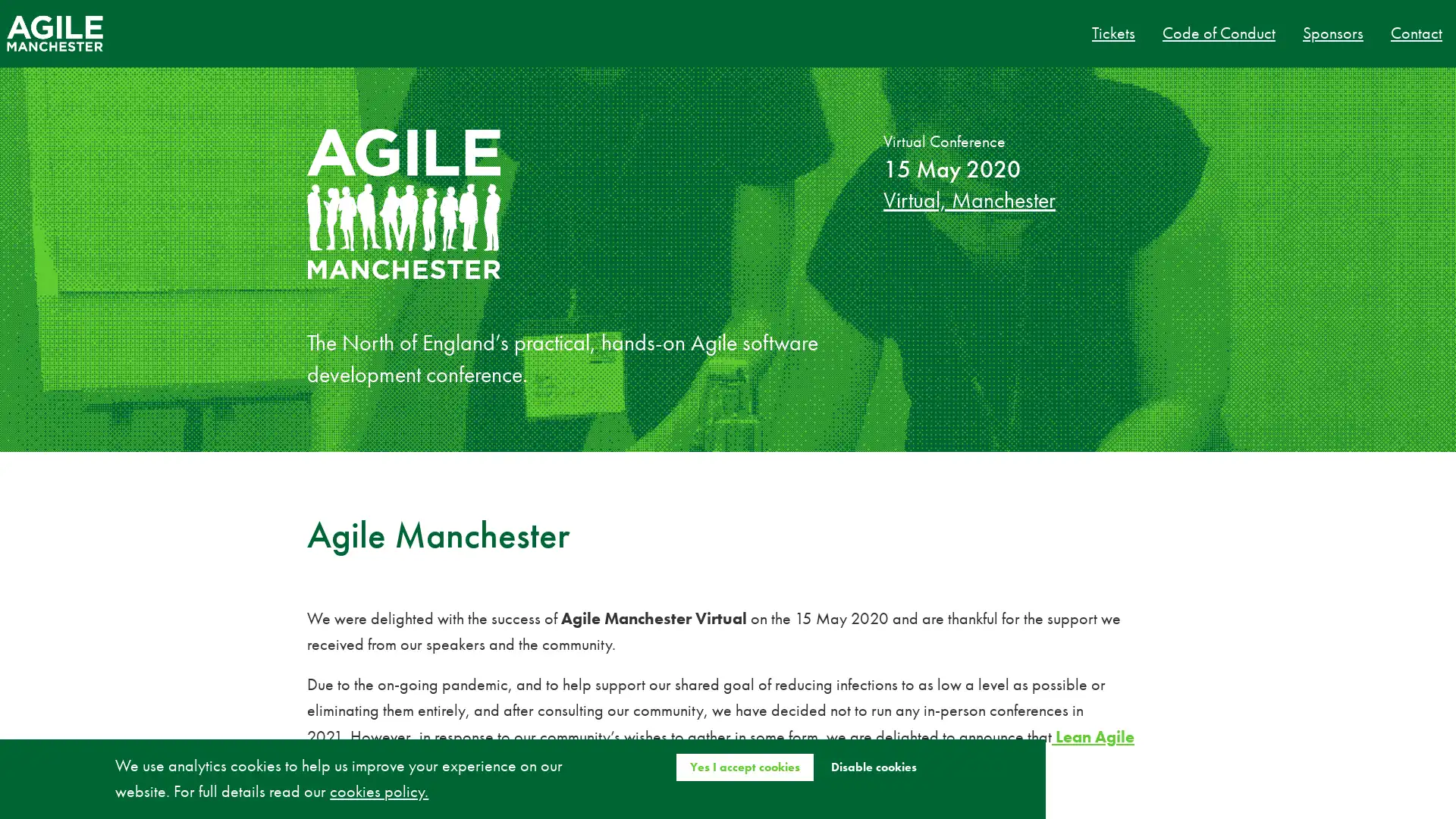  Describe the element at coordinates (873, 766) in the screenshot. I see `Disable cookies` at that location.